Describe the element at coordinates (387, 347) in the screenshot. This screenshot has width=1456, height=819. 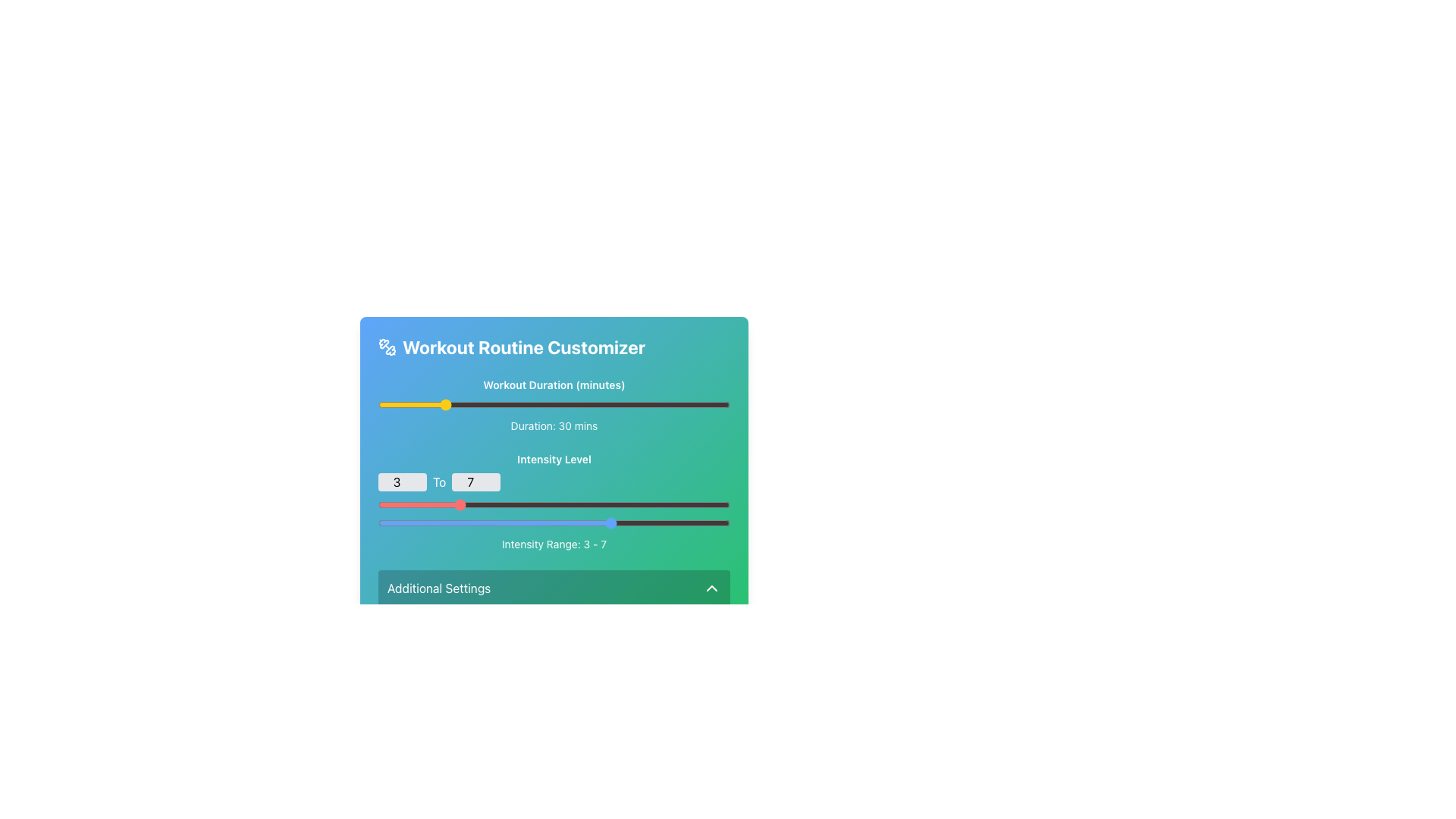
I see `the visual icon representing workouts located at the top-left corner of the 'Workout Routine Customizer' section` at that location.